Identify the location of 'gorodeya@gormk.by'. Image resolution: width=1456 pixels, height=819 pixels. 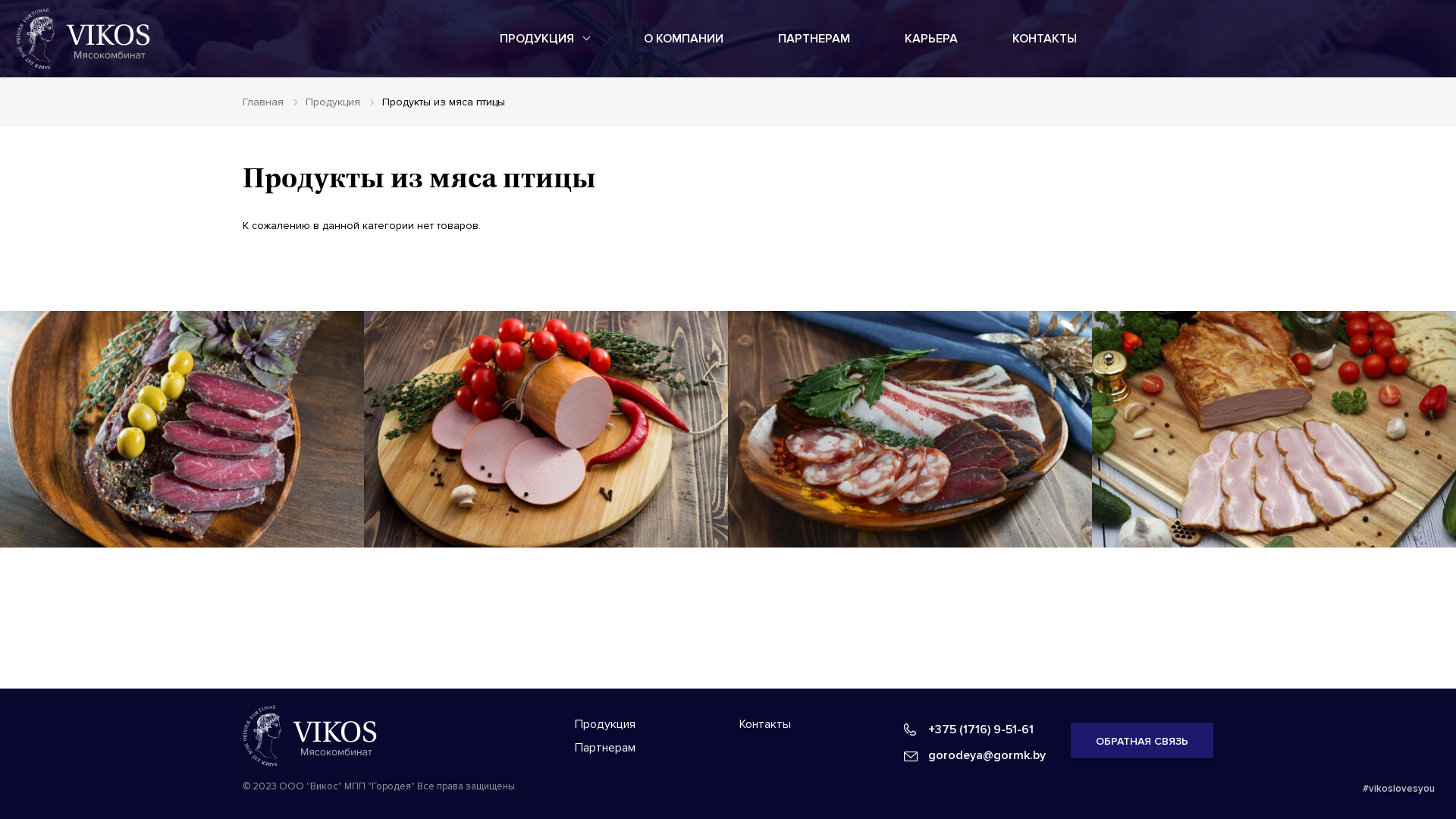
(974, 755).